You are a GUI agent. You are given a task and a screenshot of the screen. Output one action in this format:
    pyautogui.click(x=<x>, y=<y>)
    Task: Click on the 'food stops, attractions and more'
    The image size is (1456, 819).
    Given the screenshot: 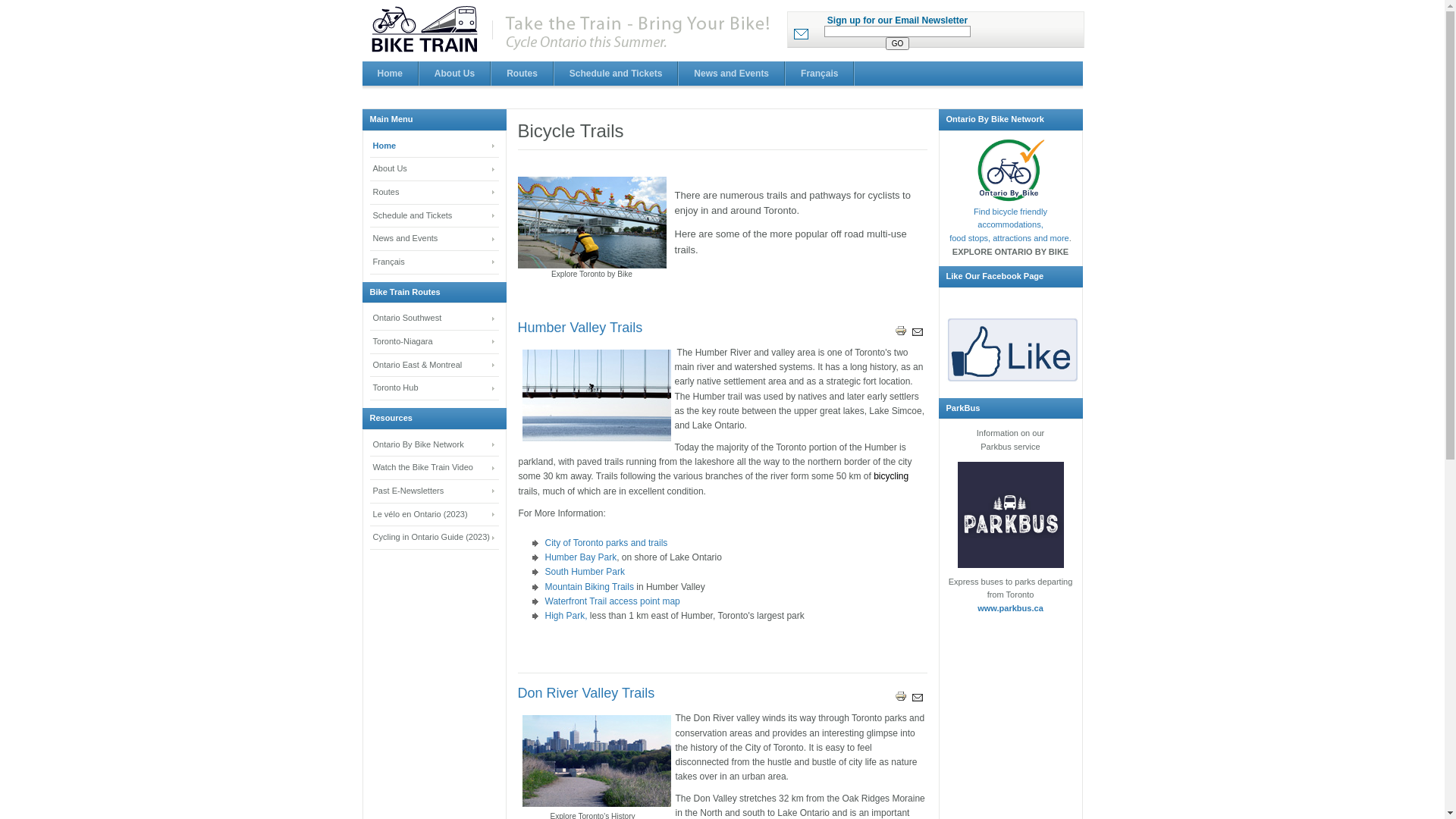 What is the action you would take?
    pyautogui.click(x=1009, y=237)
    